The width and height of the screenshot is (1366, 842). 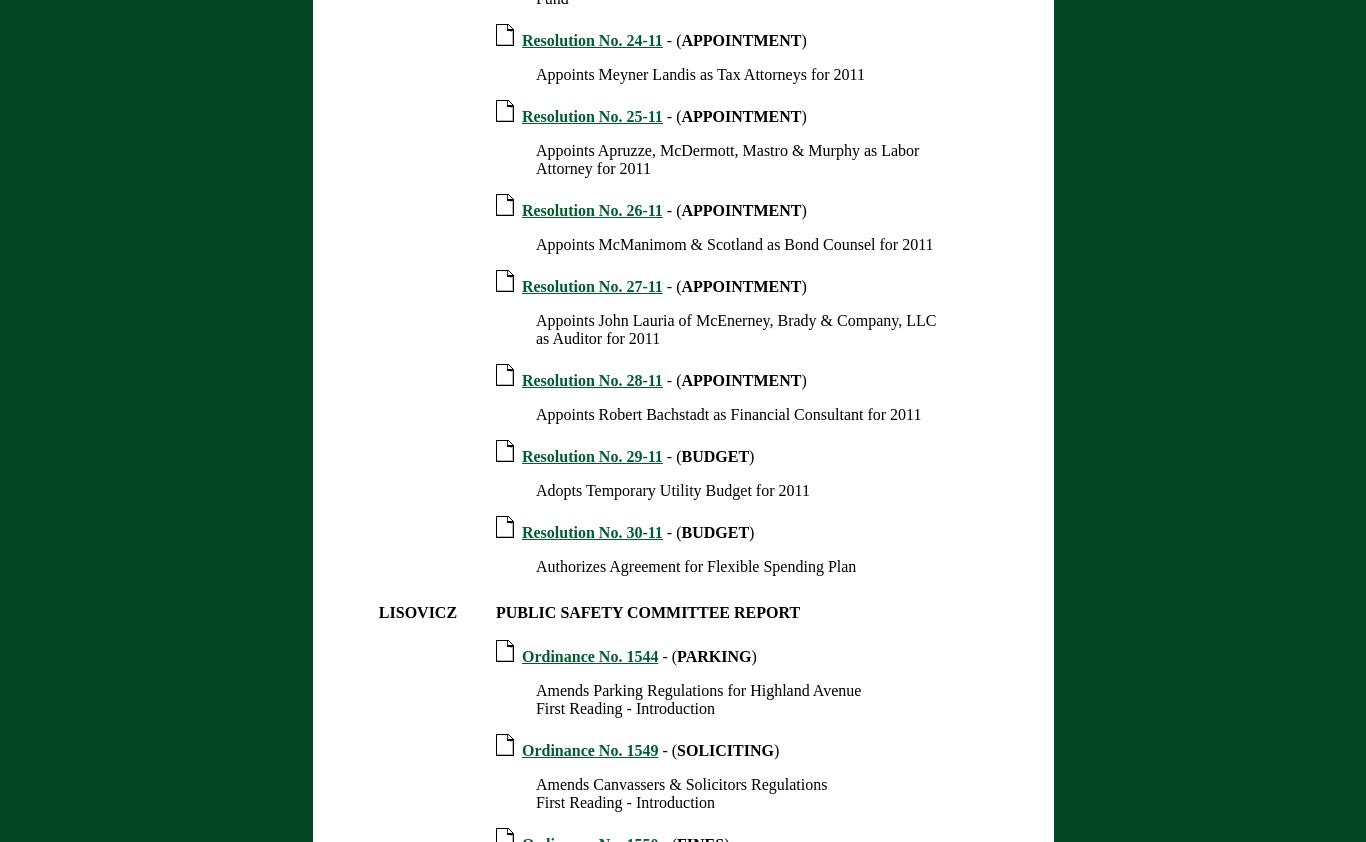 I want to click on 'Appoints John Lauria of McEnerney, Brady & Company, LLC as Auditor for  2011', so click(x=735, y=329).